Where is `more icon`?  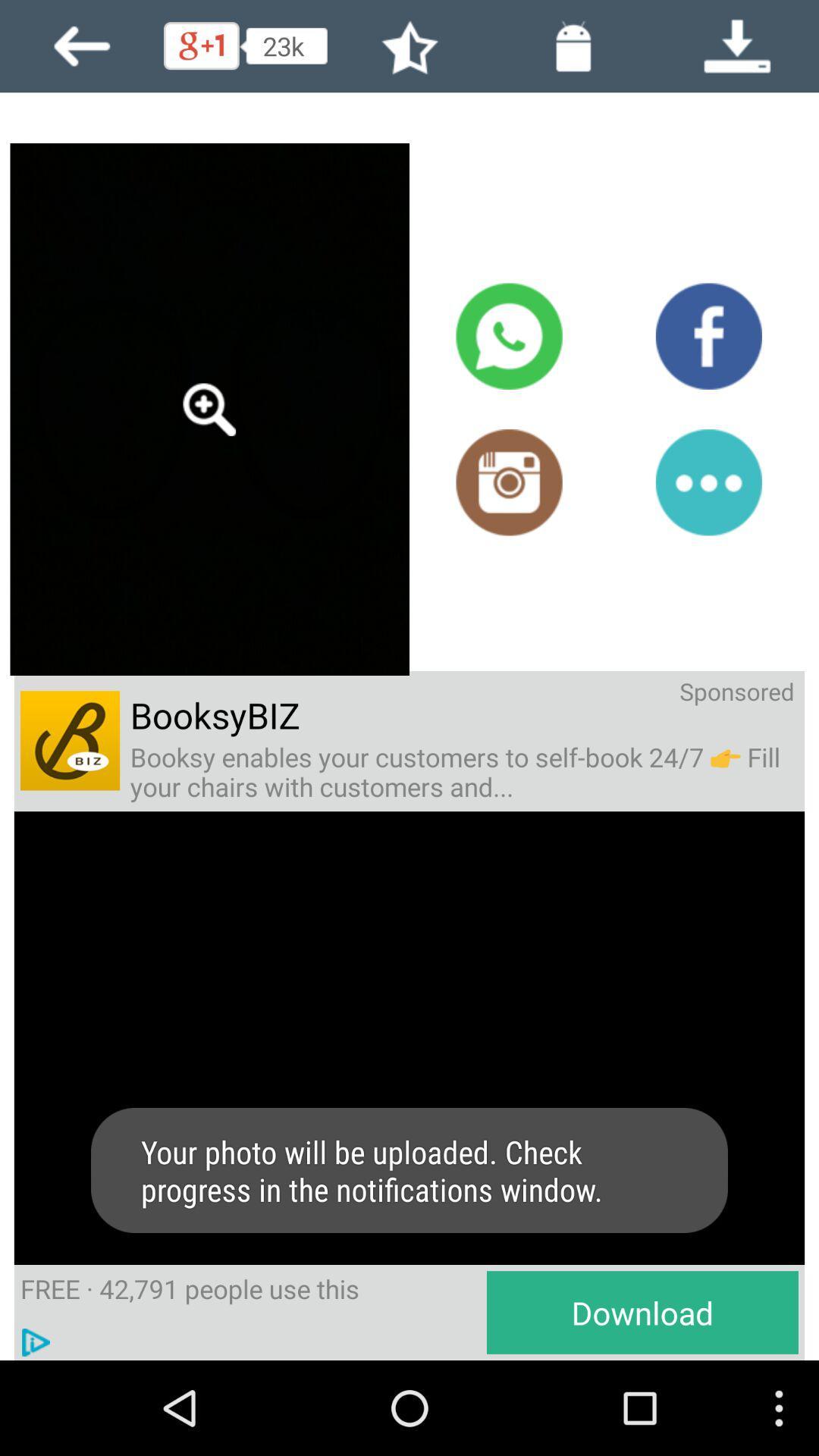 more icon is located at coordinates (708, 482).